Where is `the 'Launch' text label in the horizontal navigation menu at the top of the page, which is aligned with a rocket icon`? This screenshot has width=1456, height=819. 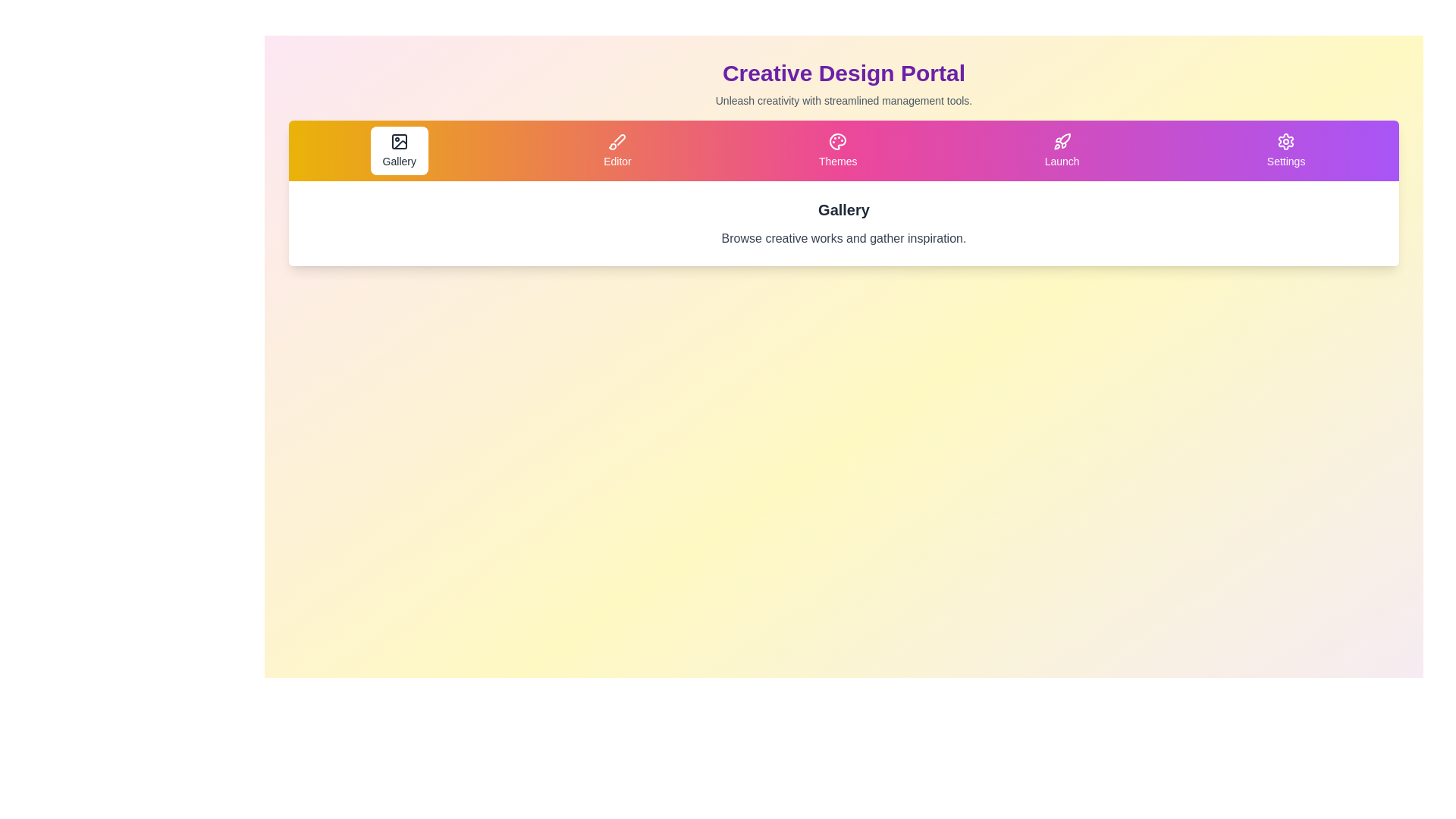
the 'Launch' text label in the horizontal navigation menu at the top of the page, which is aligned with a rocket icon is located at coordinates (1061, 161).